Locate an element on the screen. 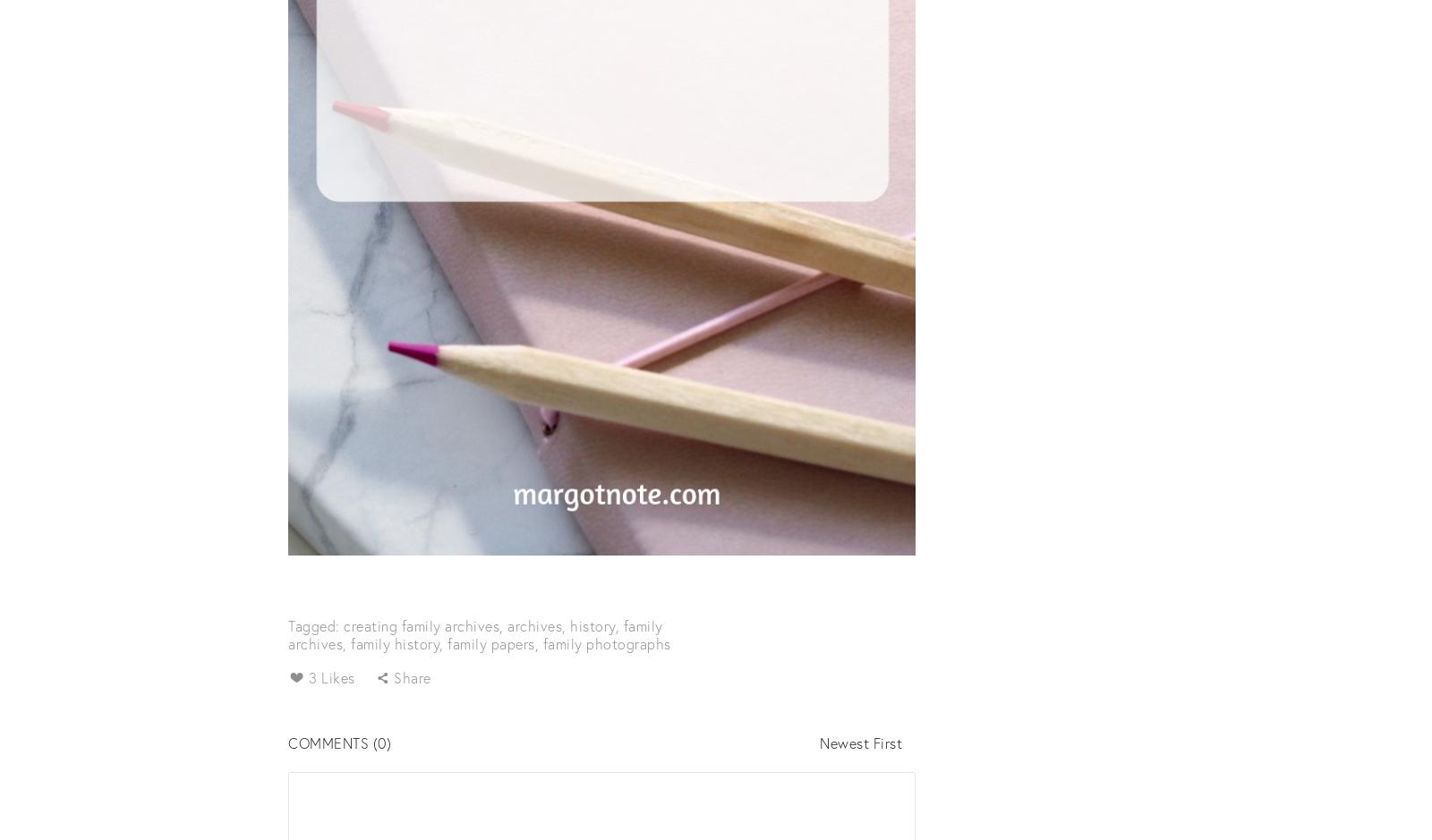 This screenshot has height=840, width=1432. 'history' is located at coordinates (592, 624).